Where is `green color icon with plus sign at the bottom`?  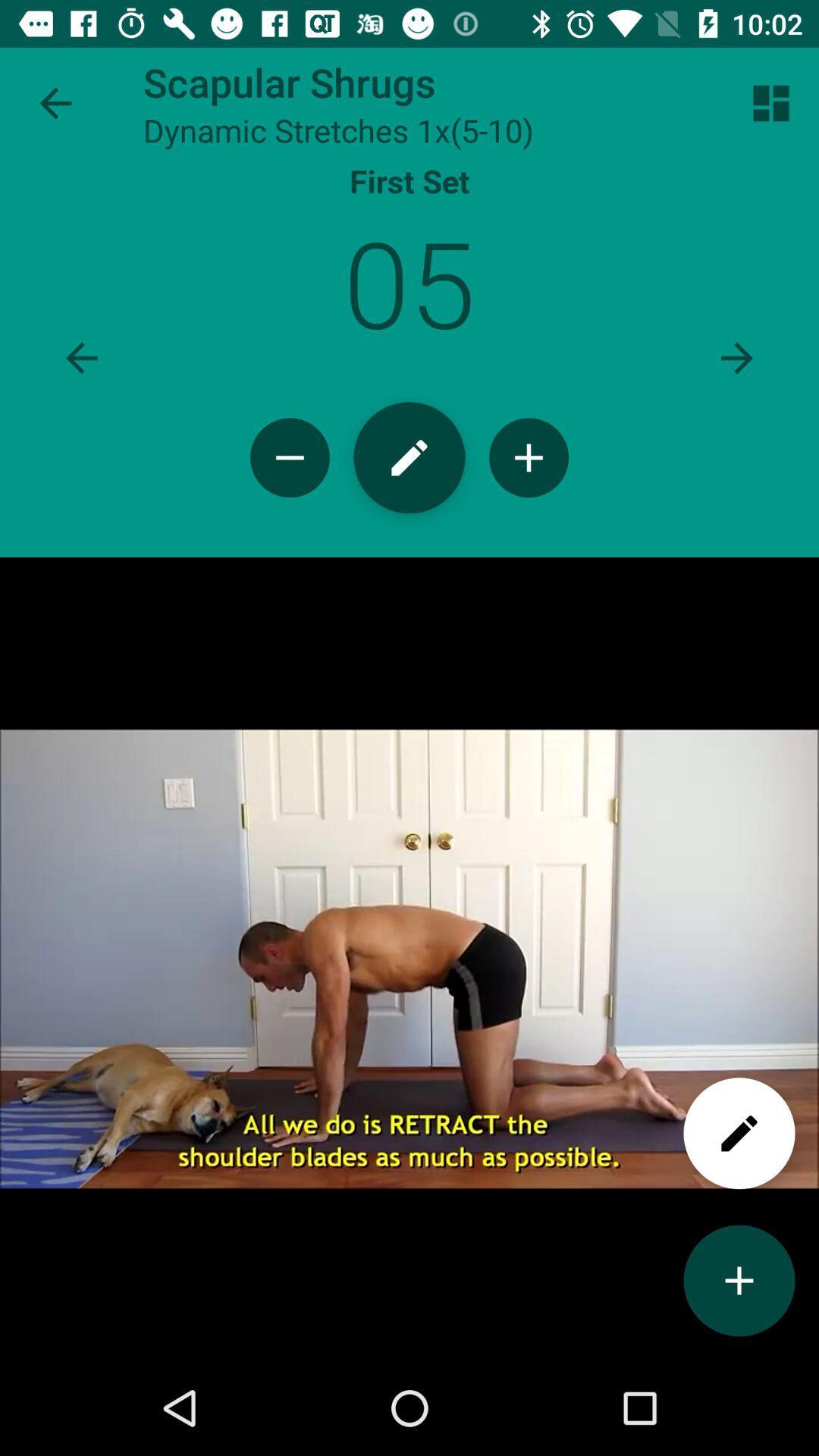
green color icon with plus sign at the bottom is located at coordinates (739, 1280).